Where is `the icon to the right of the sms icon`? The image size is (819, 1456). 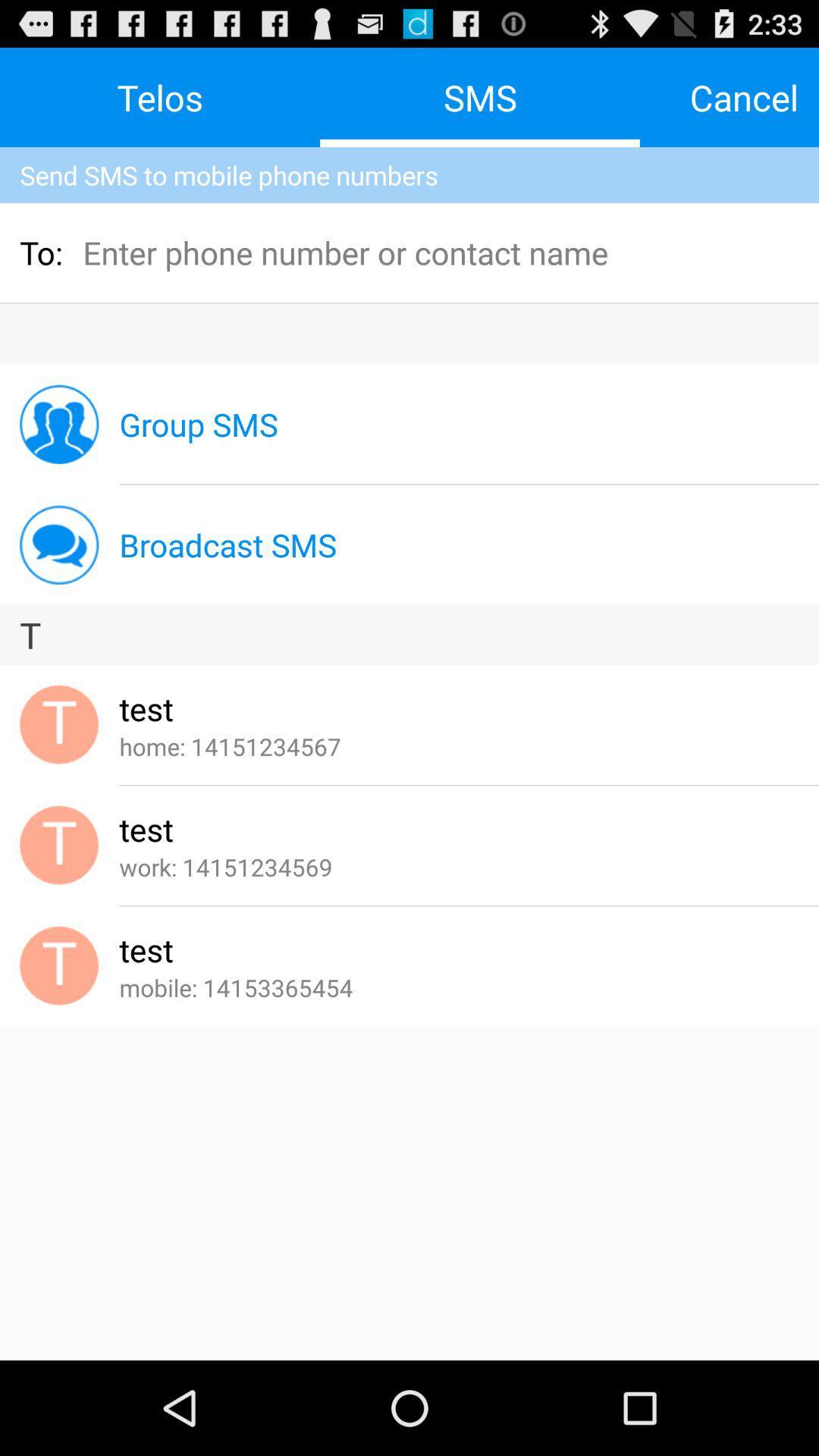
the icon to the right of the sms icon is located at coordinates (743, 96).